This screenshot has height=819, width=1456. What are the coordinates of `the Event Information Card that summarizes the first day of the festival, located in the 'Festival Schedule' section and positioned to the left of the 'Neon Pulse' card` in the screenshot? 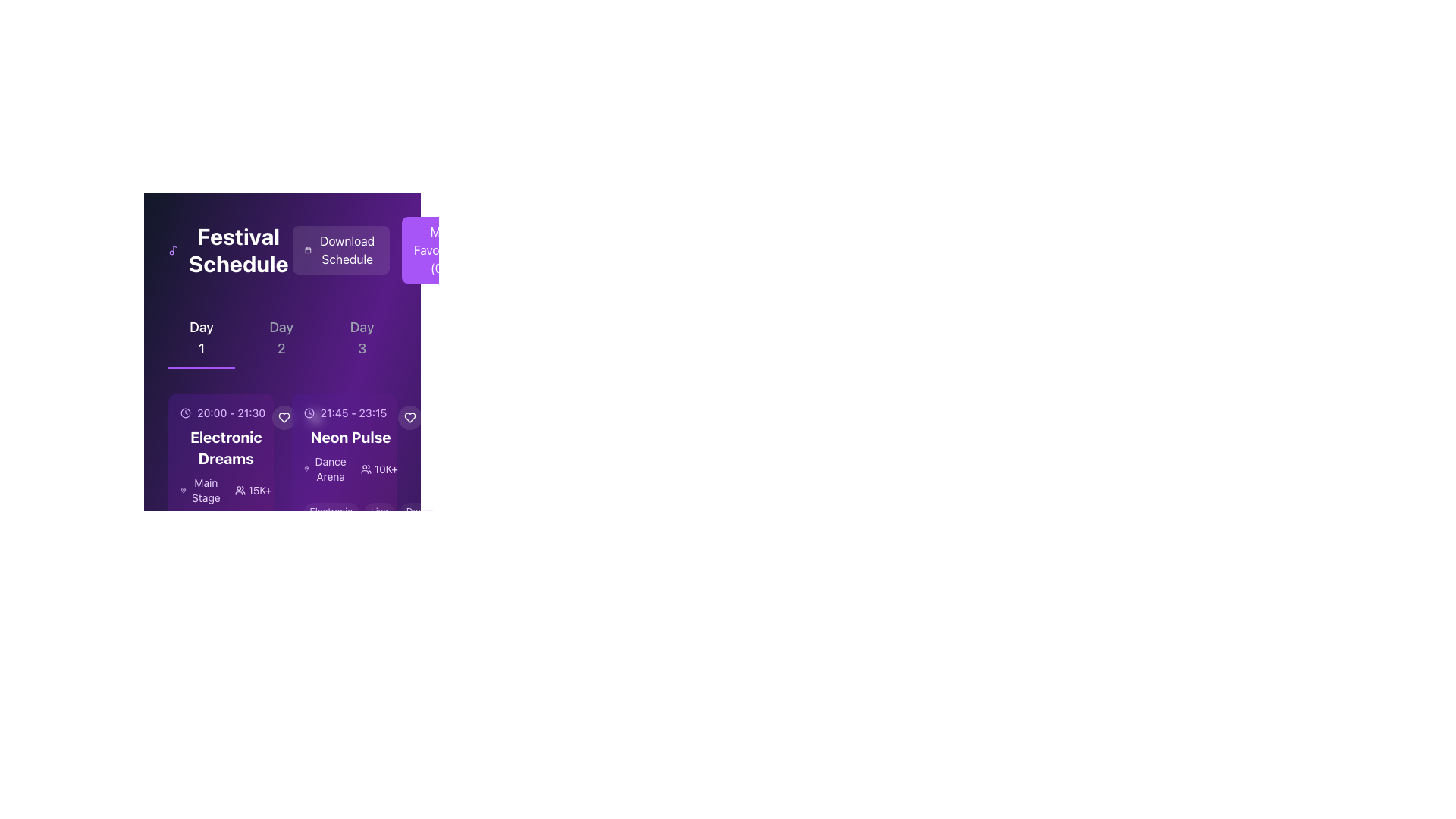 It's located at (220, 455).